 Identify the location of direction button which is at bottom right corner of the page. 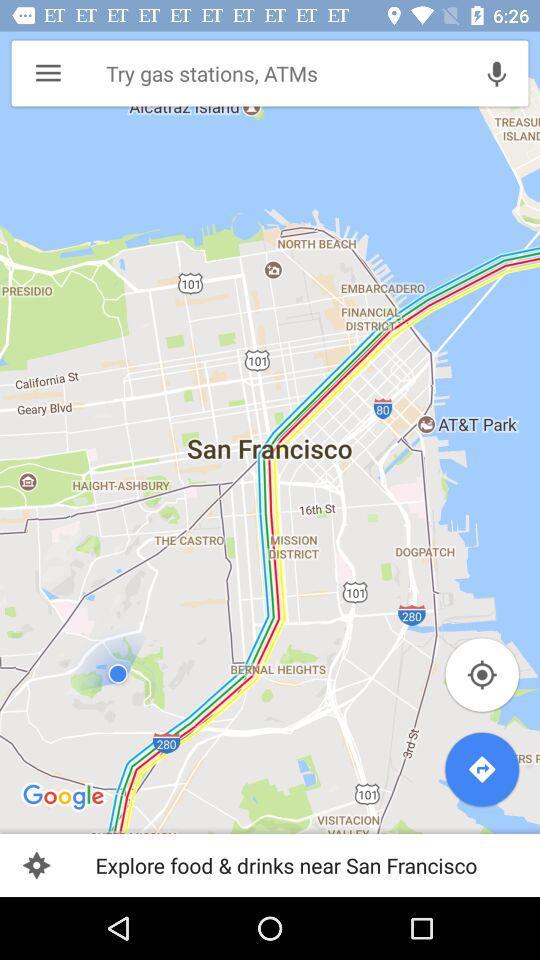
(481, 769).